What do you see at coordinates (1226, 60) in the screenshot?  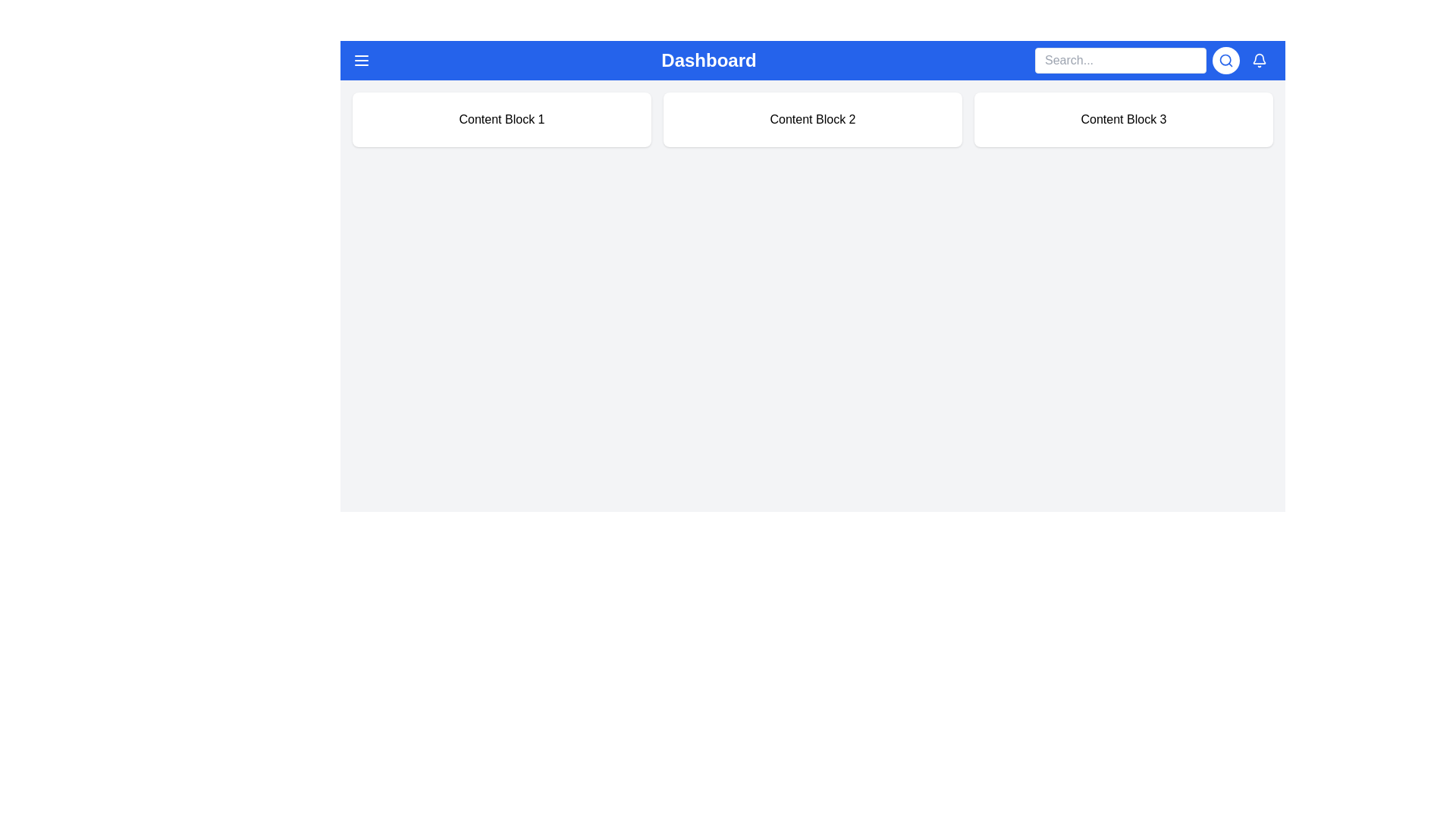 I see `the search Icon Button located at the top right corner of the interface to initiate the search functionality` at bounding box center [1226, 60].